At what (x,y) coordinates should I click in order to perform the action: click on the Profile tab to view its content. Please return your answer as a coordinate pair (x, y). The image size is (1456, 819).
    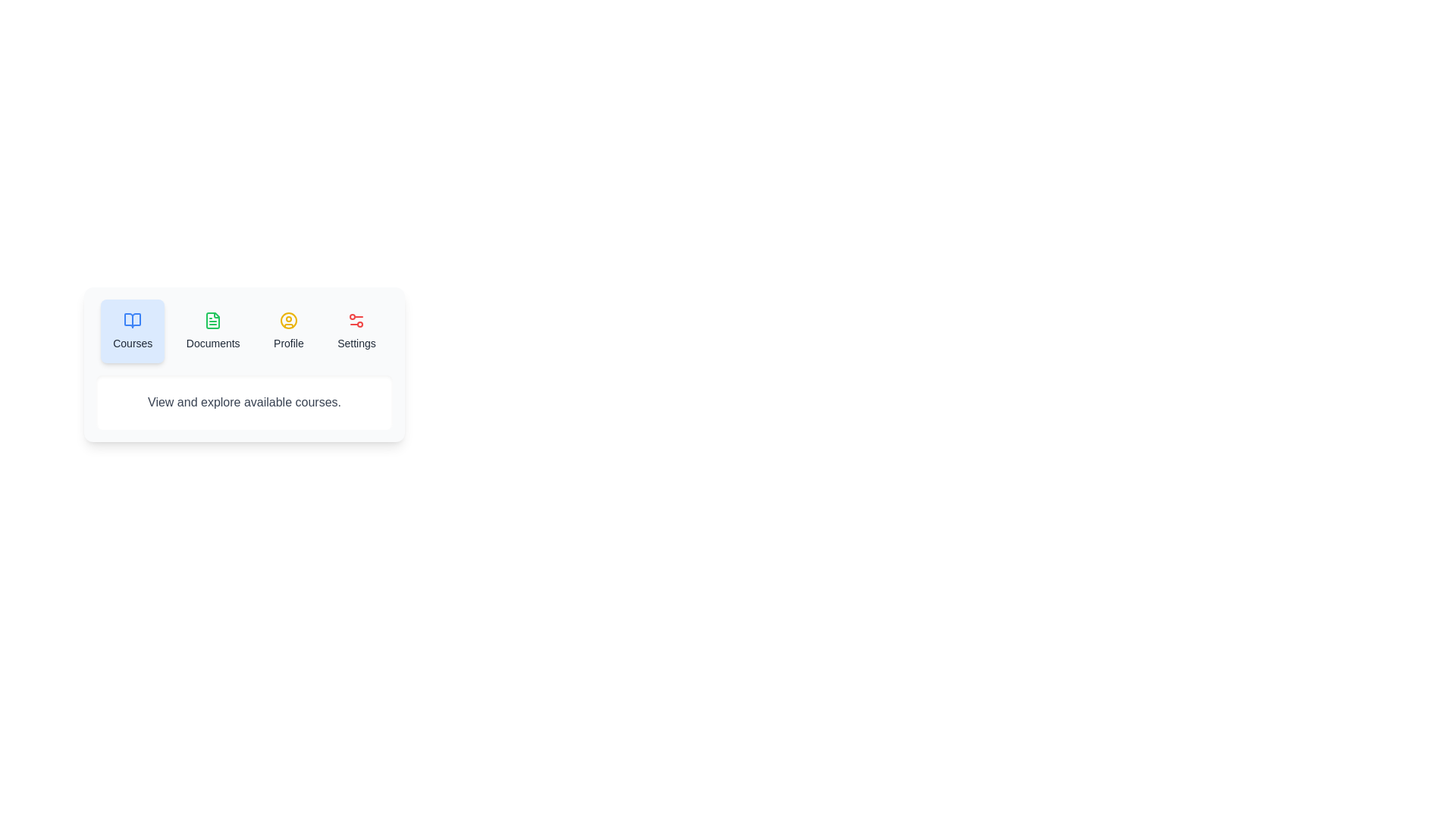
    Looking at the image, I should click on (287, 330).